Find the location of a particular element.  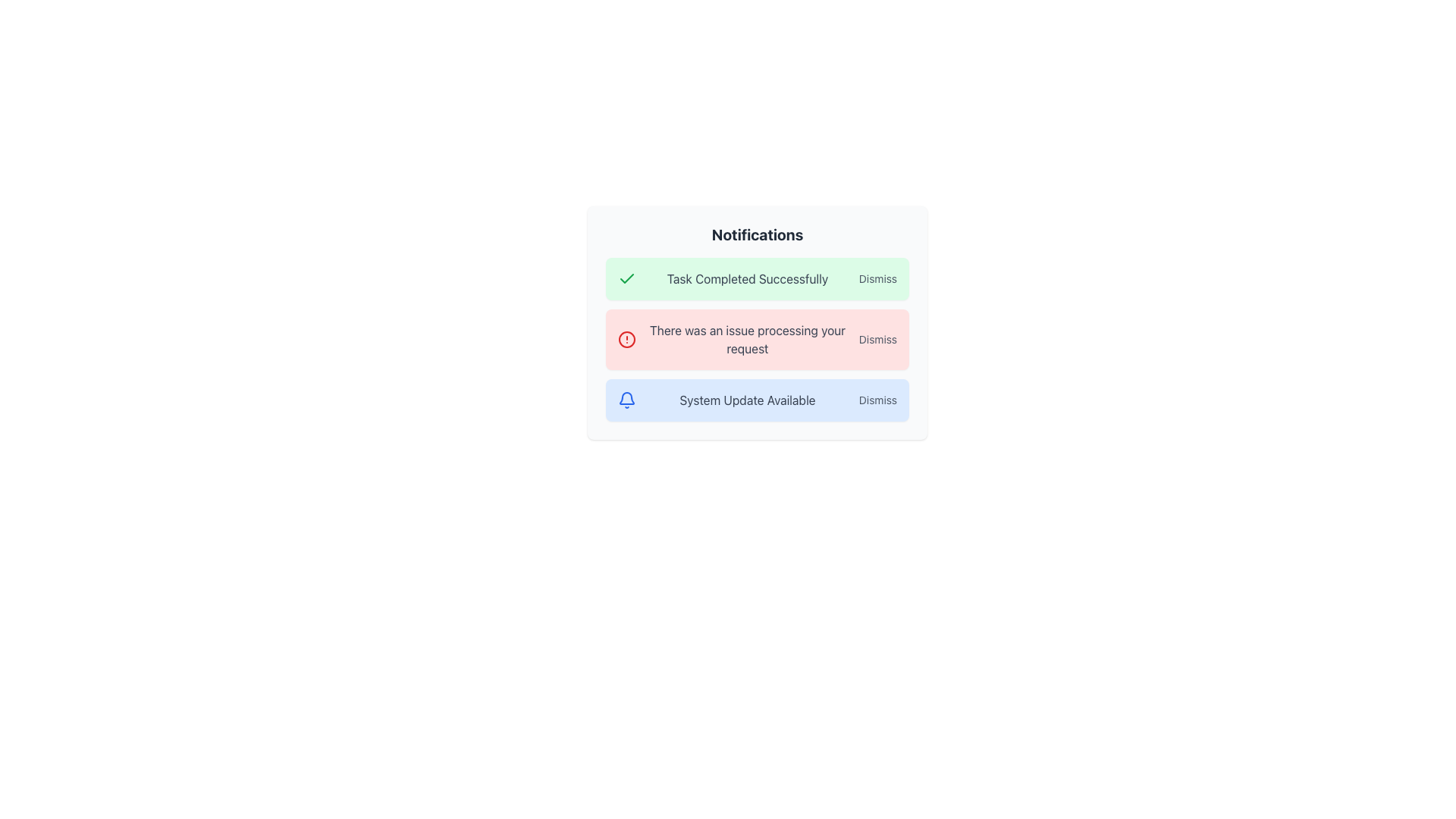

the blue-colored bell icon with a modern outline design located on the left side of the 'System Update Available' notification is located at coordinates (626, 400).